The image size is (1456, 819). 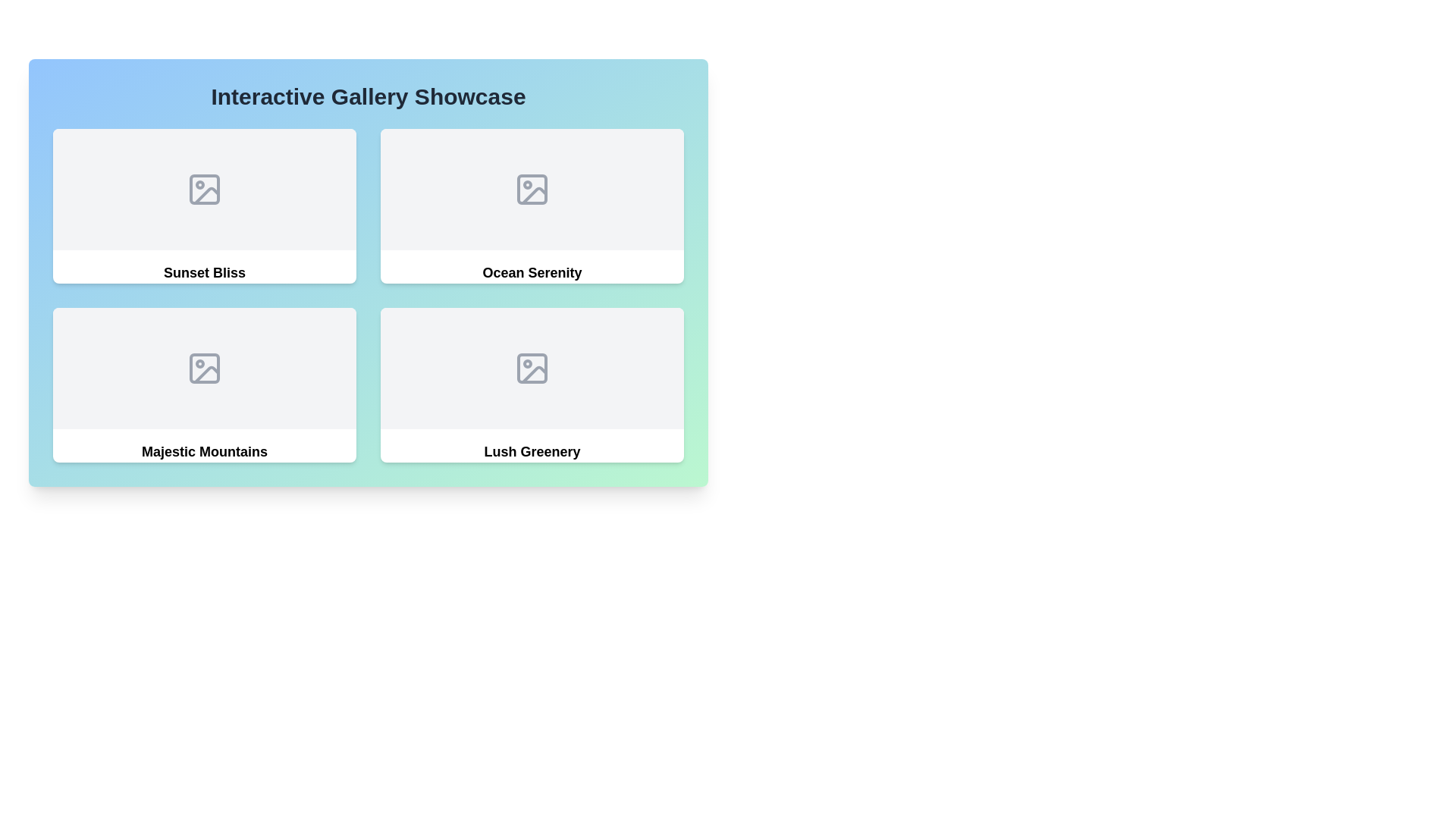 I want to click on the 'Lush Greenery' interactive card located, so click(x=532, y=384).